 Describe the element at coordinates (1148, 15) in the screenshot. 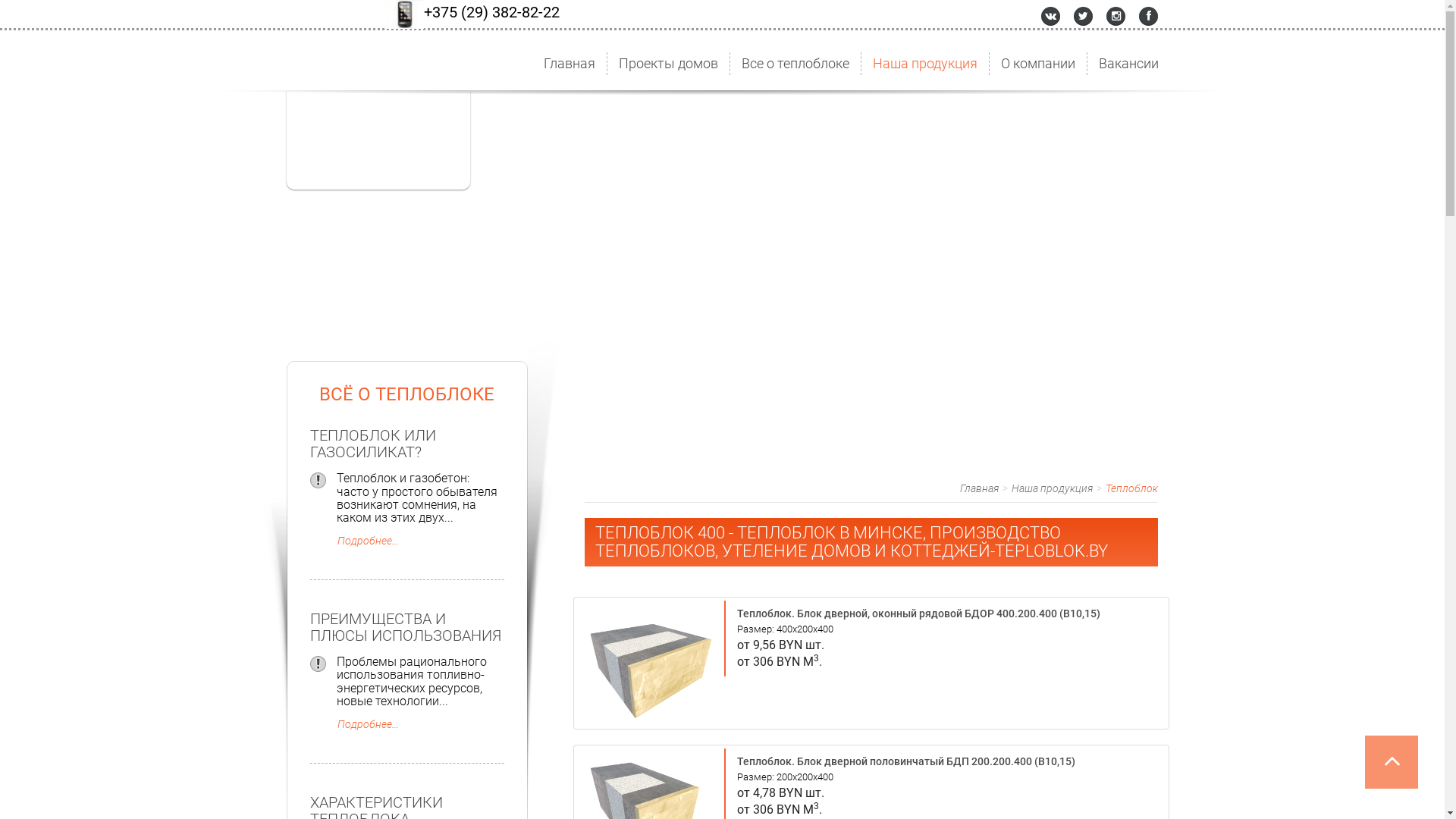

I see `'Instagram'` at that location.